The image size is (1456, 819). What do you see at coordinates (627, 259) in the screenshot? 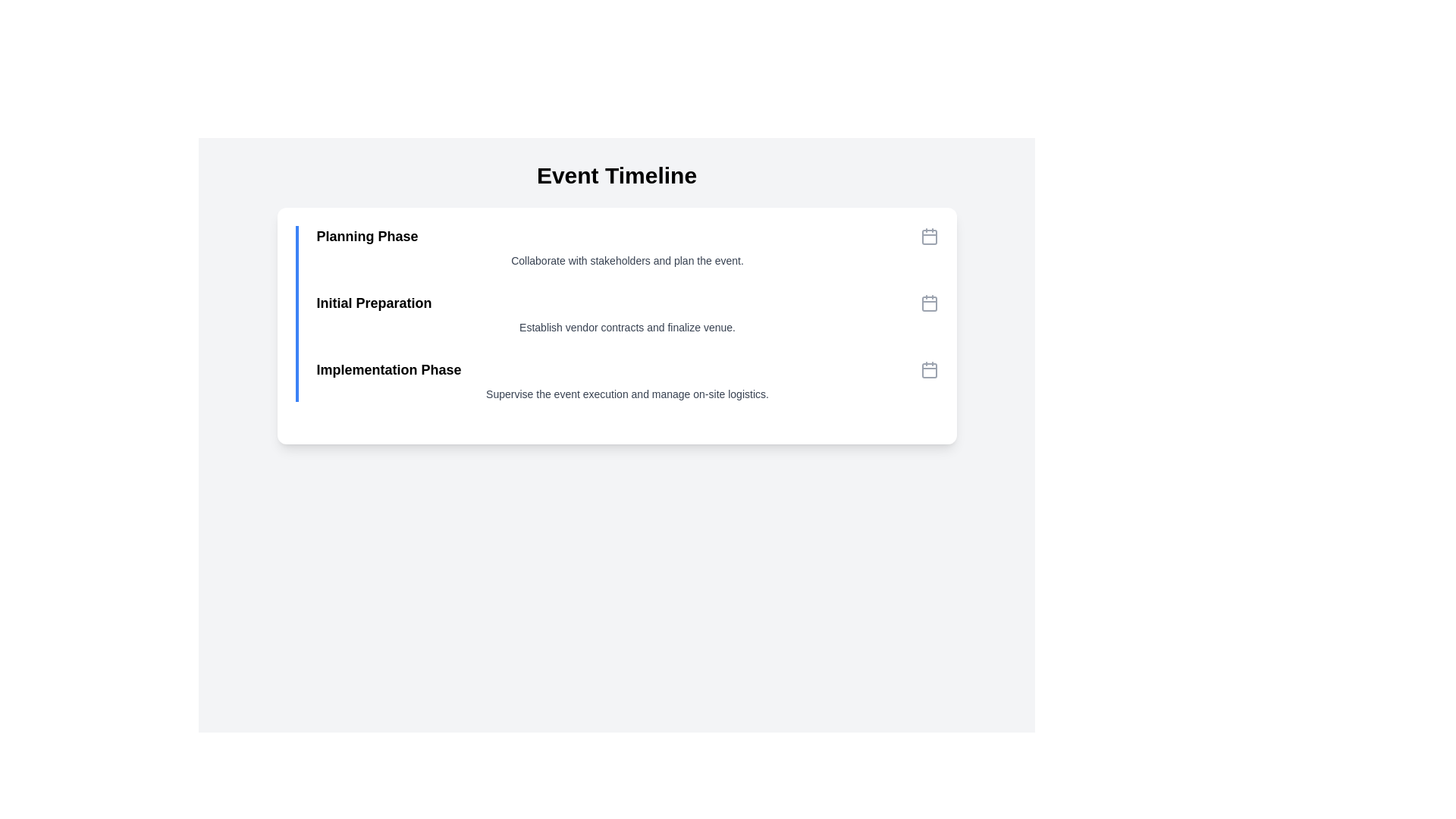
I see `the static text that provides detailed information about the 'Planning Phase' in the event timeline, positioned below the 'Planning Phase' header` at bounding box center [627, 259].